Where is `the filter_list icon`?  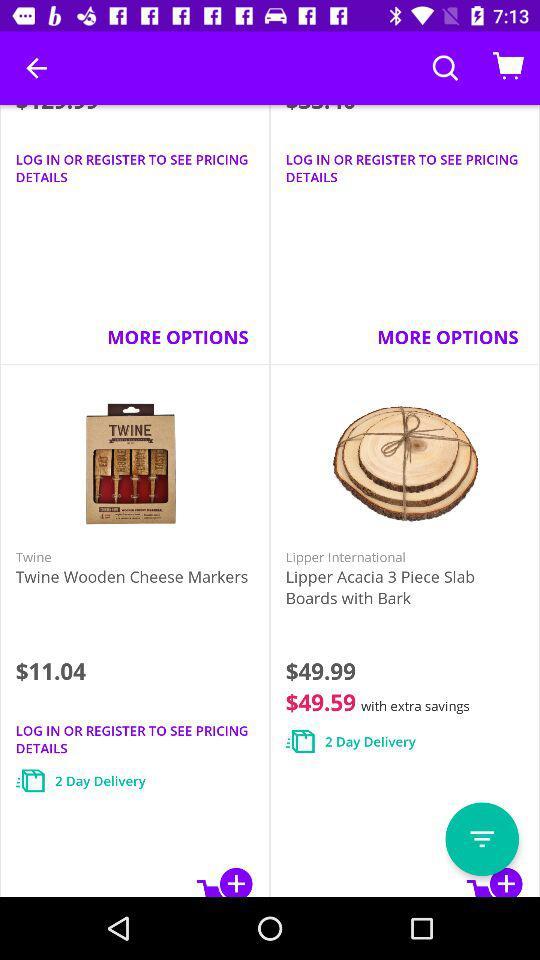
the filter_list icon is located at coordinates (481, 839).